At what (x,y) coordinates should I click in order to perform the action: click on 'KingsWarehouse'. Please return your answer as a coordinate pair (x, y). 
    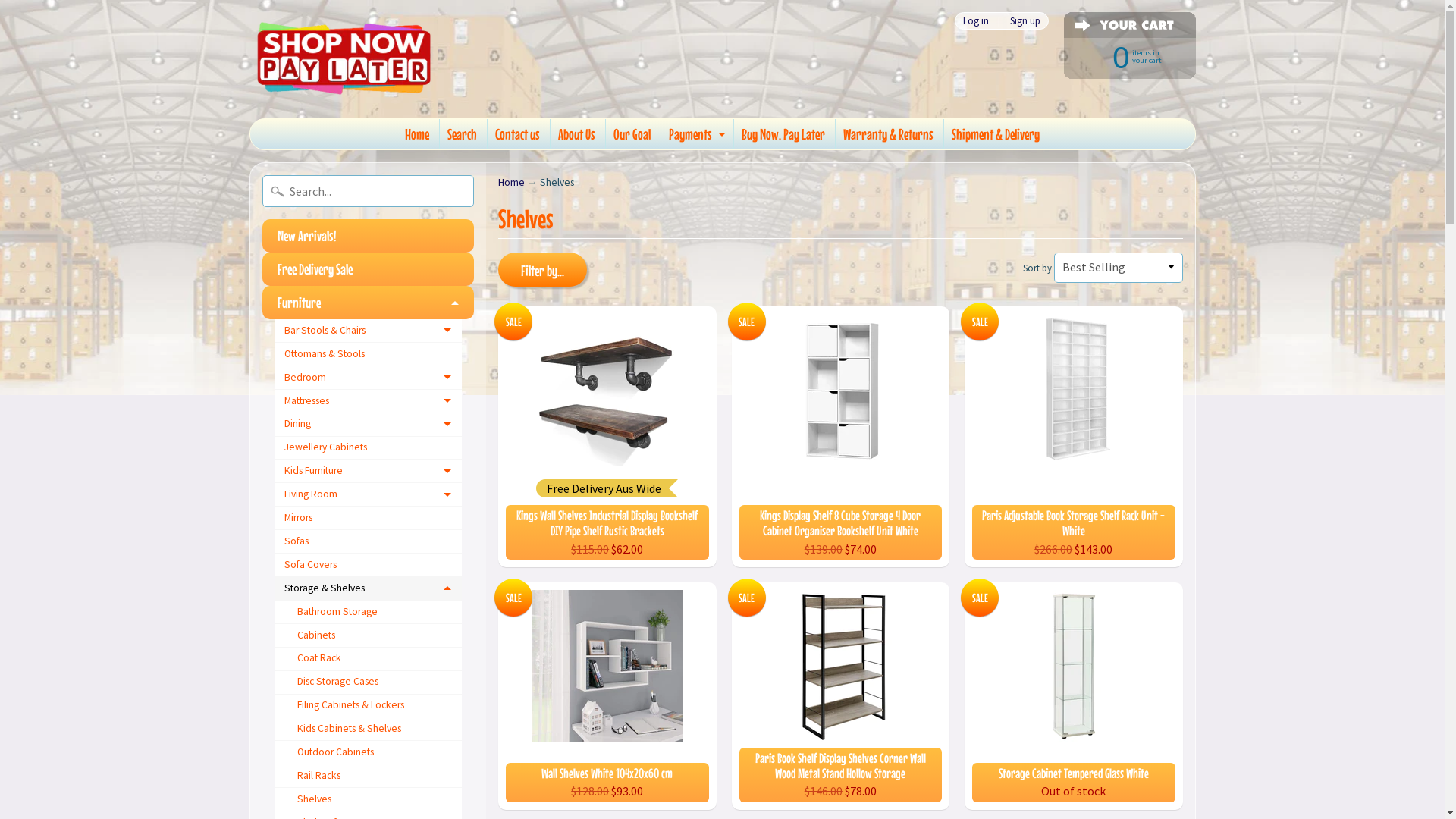
    Looking at the image, I should click on (342, 58).